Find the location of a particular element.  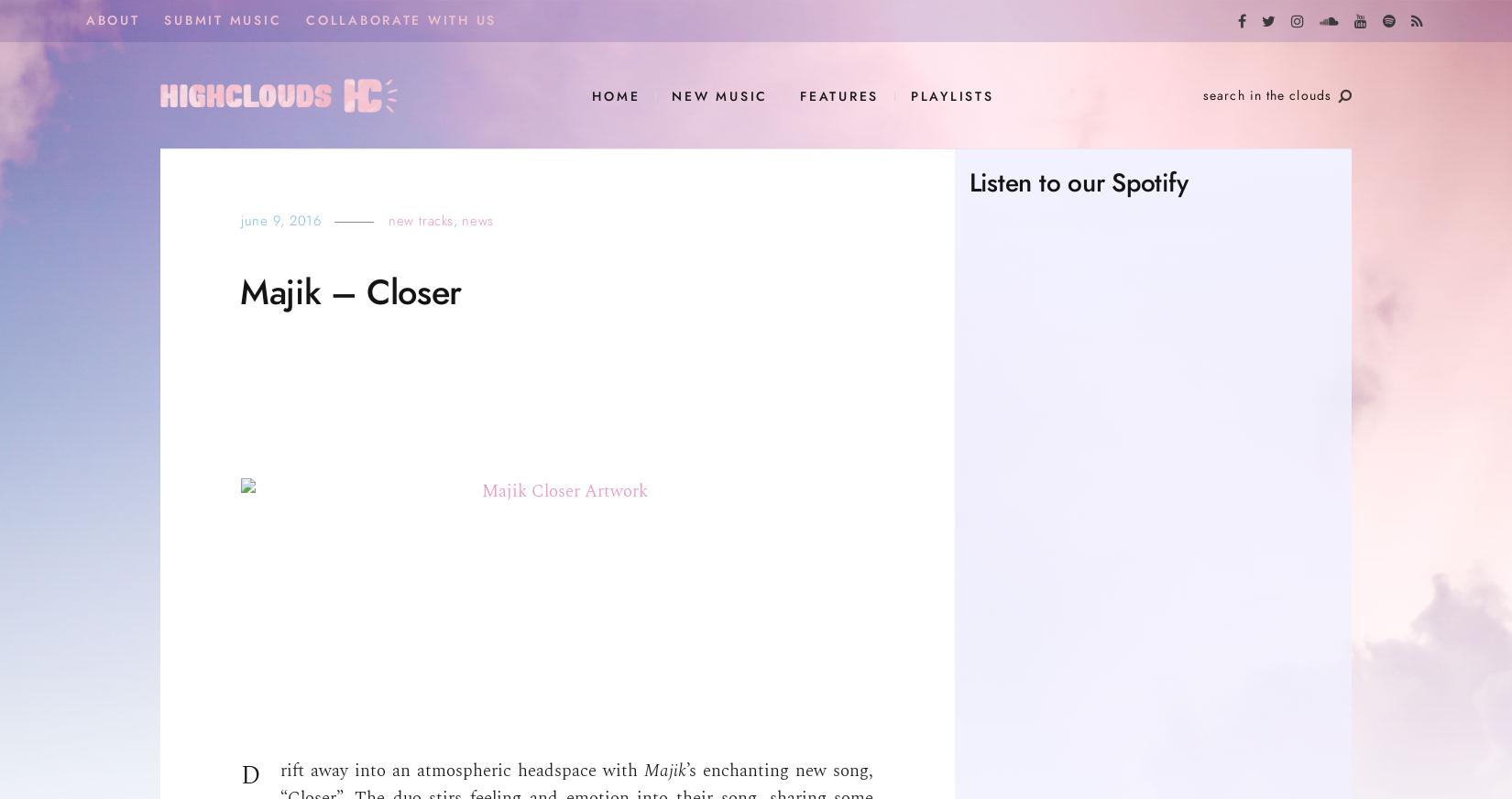

'Majik' is located at coordinates (664, 771).